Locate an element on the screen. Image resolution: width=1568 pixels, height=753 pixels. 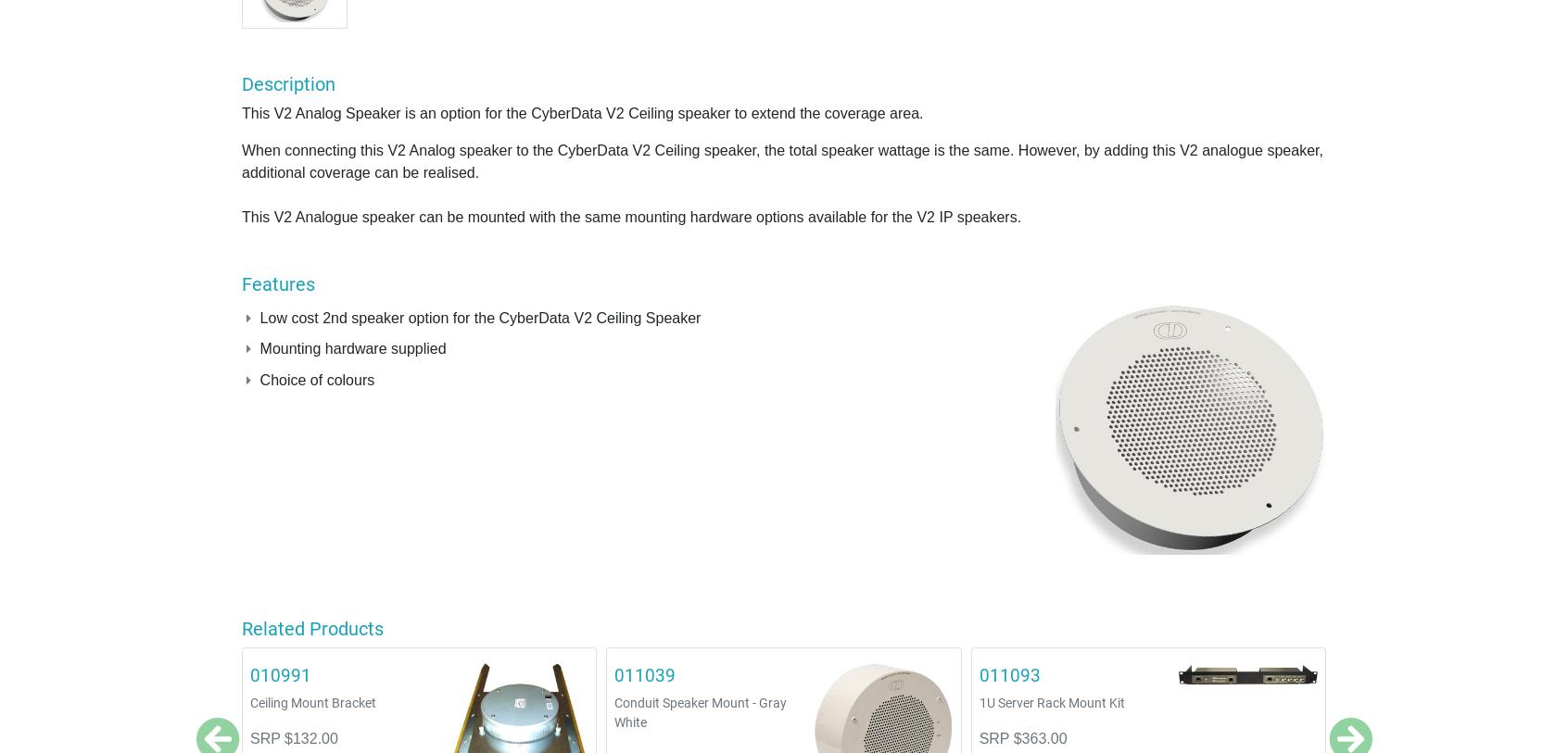
'VoIP to Multicast Paging Server V3' is located at coordinates (1433, 712).